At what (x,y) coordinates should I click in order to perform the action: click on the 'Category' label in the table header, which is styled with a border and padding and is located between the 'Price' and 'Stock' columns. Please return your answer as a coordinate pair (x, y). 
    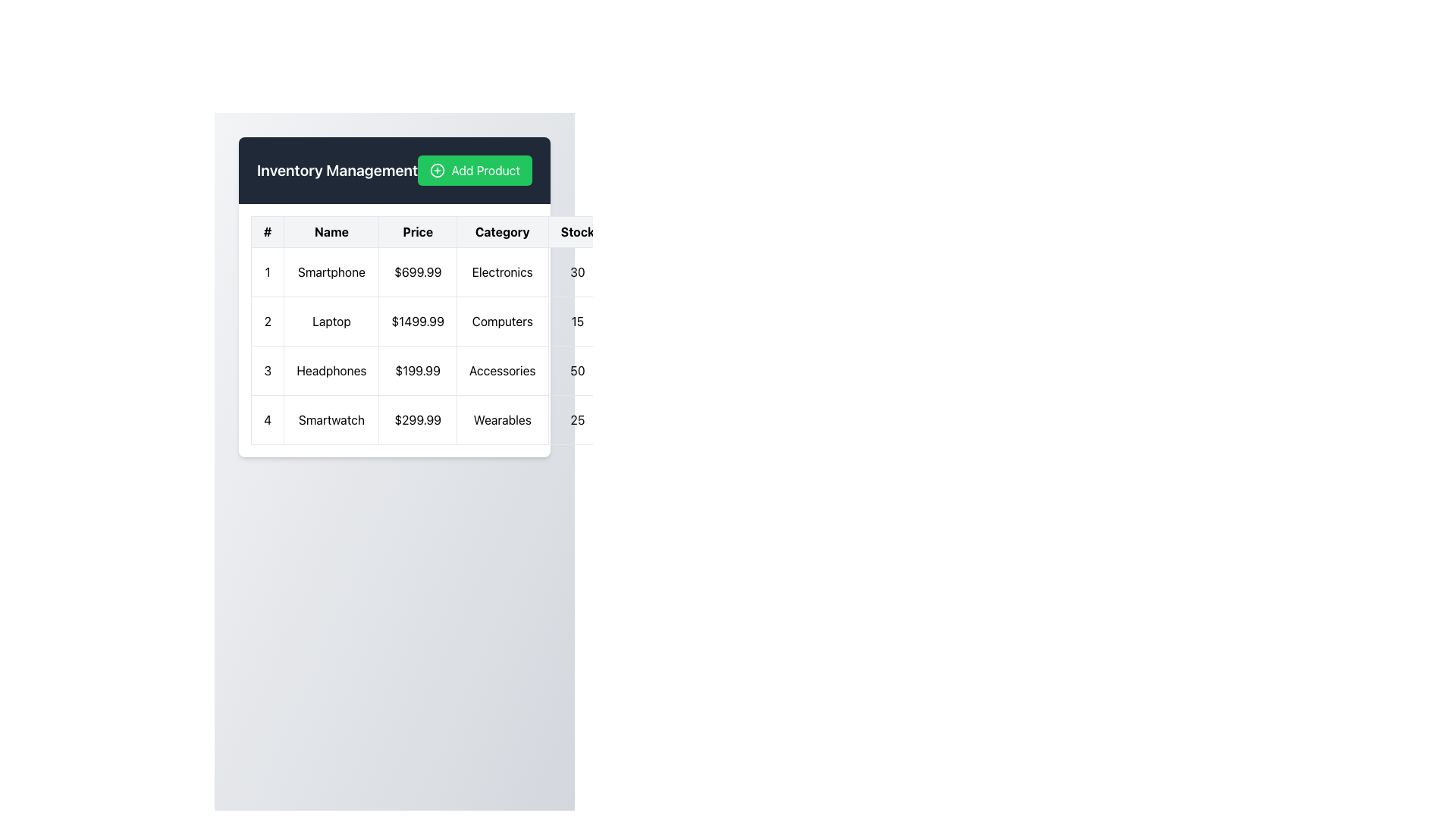
    Looking at the image, I should click on (502, 231).